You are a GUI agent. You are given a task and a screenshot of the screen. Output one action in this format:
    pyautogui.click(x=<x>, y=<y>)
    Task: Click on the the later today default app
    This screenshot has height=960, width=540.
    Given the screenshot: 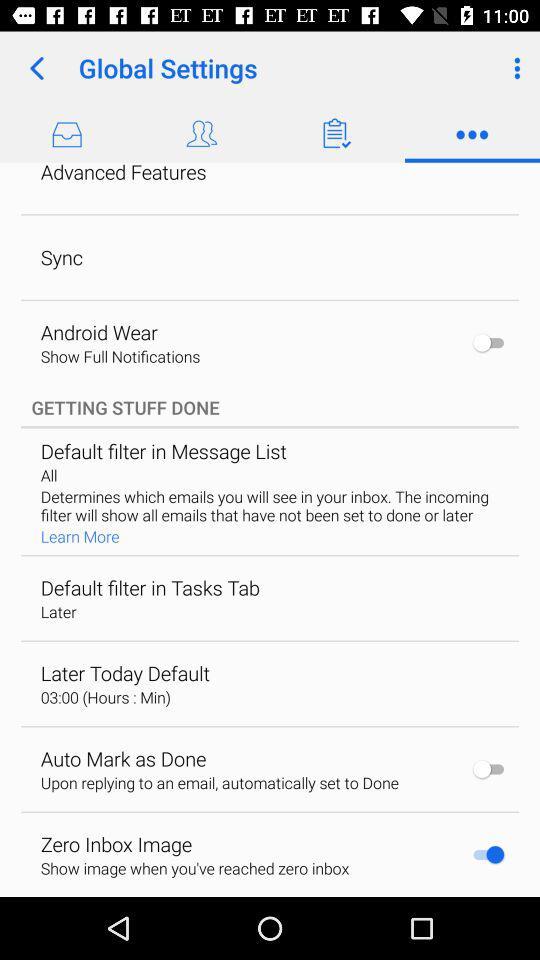 What is the action you would take?
    pyautogui.click(x=125, y=673)
    